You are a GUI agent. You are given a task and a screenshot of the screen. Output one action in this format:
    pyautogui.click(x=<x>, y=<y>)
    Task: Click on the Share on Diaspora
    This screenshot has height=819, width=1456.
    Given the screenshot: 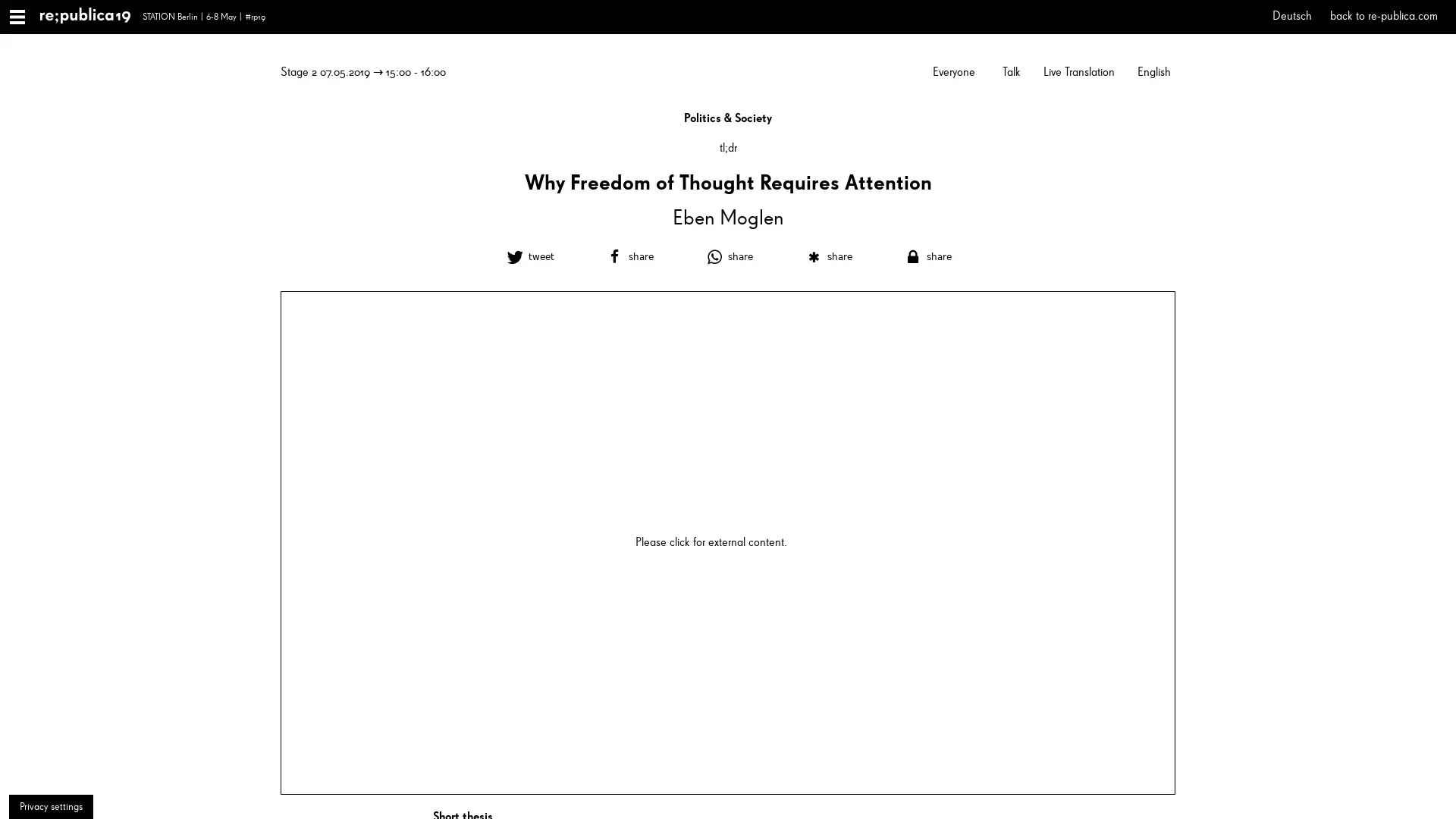 What is the action you would take?
    pyautogui.click(x=826, y=256)
    